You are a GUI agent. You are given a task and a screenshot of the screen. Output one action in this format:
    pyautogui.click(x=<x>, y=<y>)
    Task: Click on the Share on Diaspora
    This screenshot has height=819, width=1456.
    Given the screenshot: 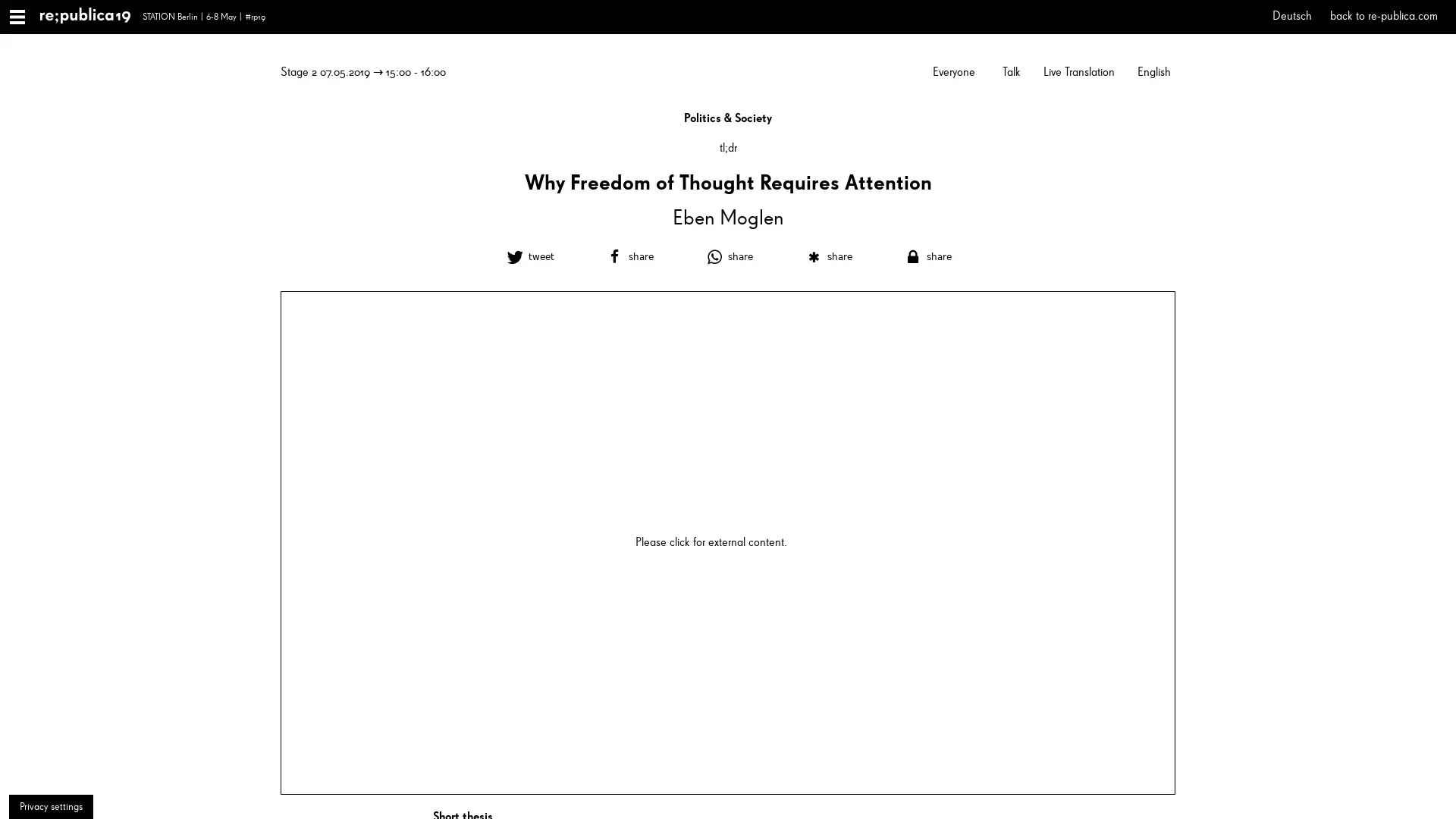 What is the action you would take?
    pyautogui.click(x=826, y=256)
    